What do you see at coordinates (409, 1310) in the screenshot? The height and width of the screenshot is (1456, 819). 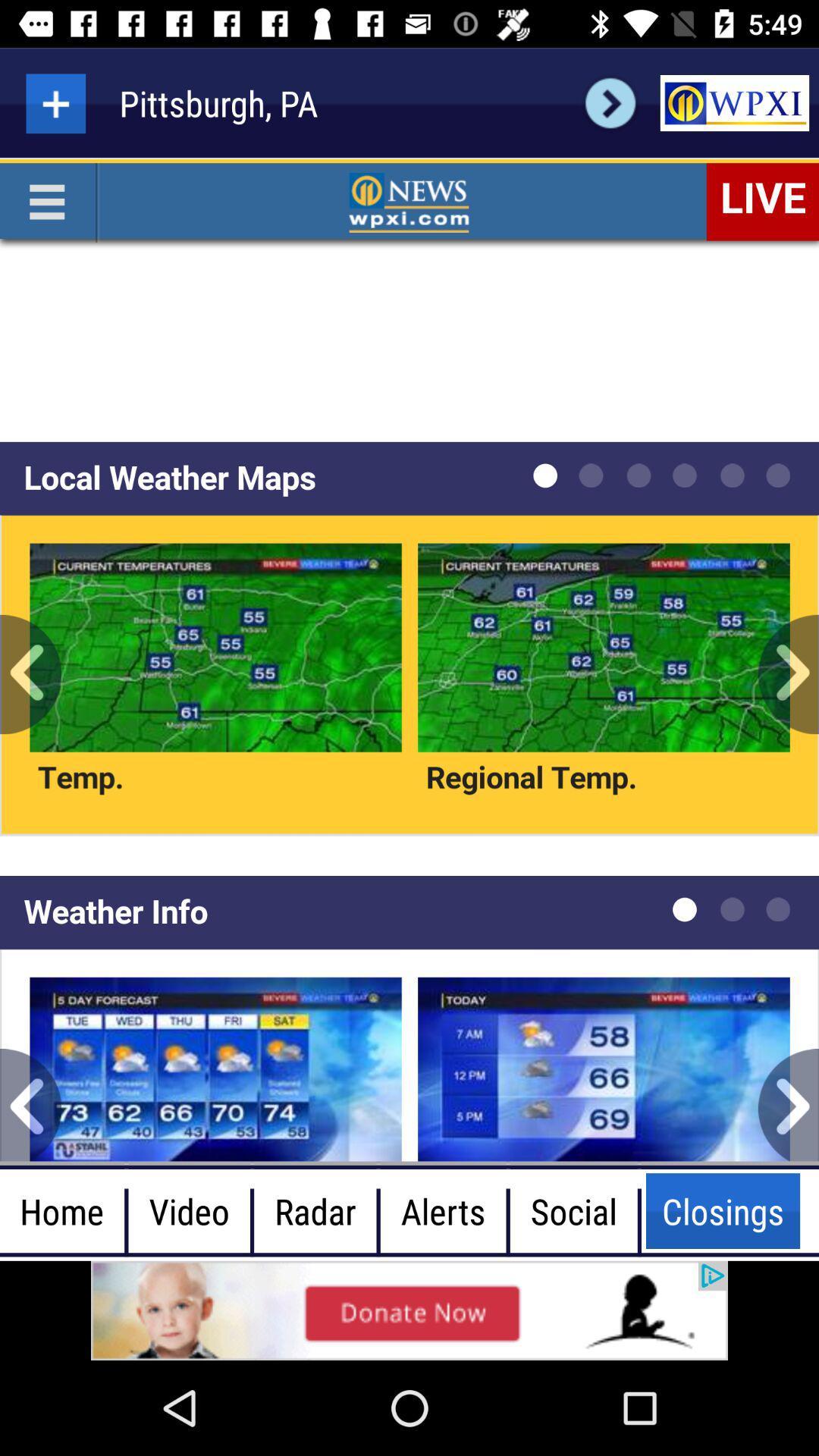 I see `advertisement` at bounding box center [409, 1310].